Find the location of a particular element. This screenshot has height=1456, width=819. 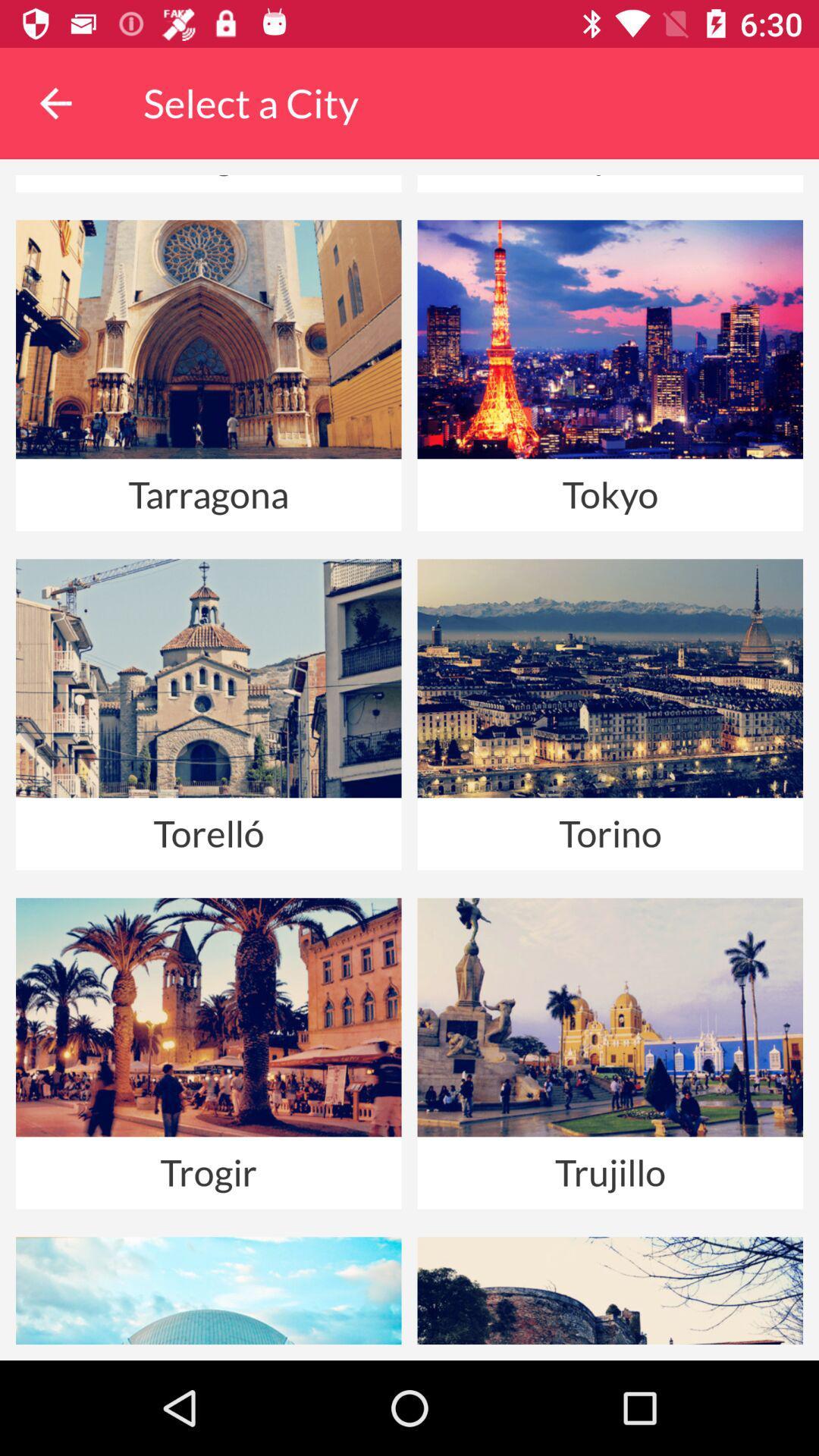

item to the left of the select a city is located at coordinates (55, 102).